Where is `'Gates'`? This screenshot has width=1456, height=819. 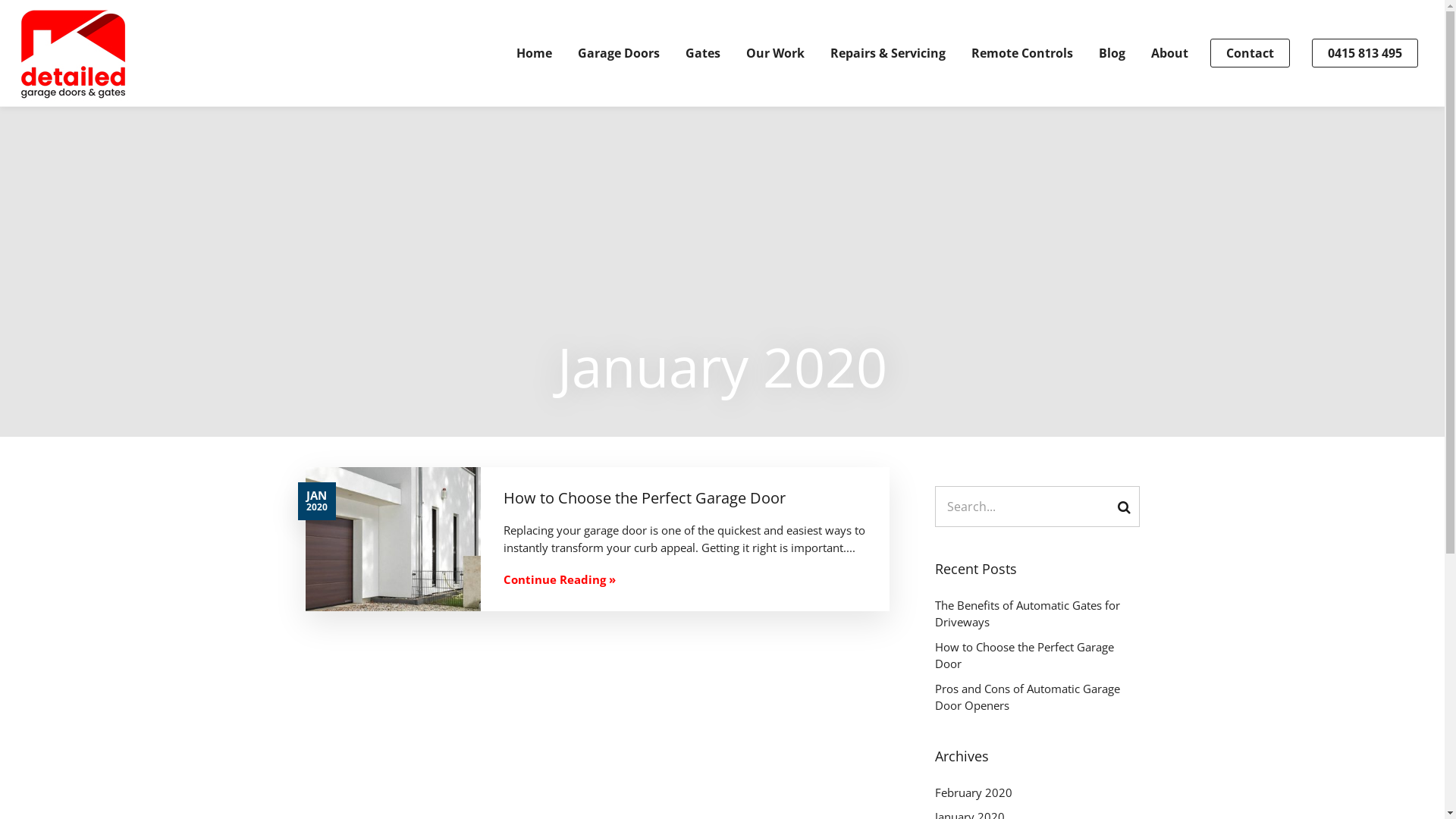
'Gates' is located at coordinates (701, 52).